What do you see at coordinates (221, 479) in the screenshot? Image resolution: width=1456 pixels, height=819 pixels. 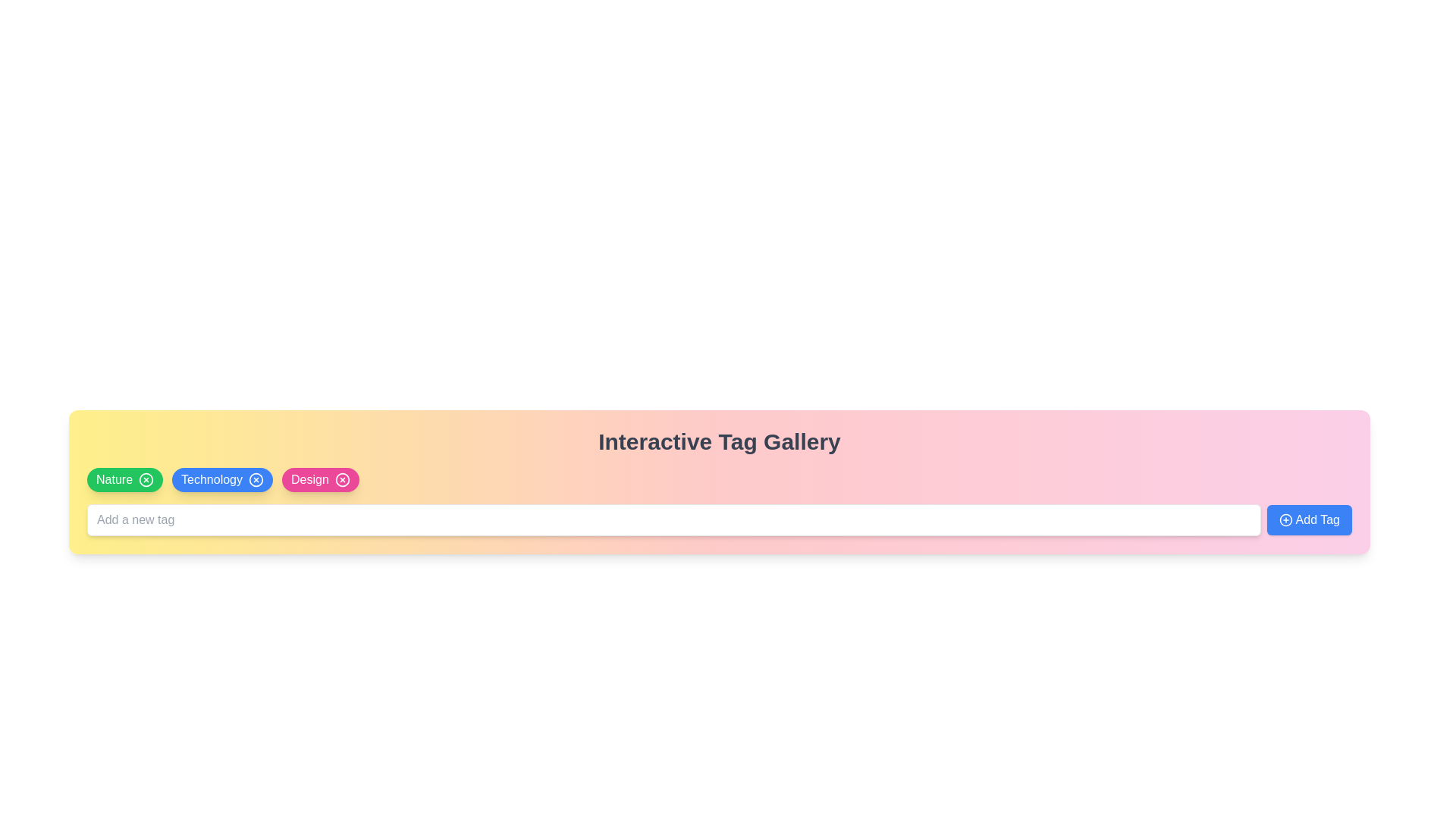 I see `the cross icon on the 'Technology' tag` at bounding box center [221, 479].